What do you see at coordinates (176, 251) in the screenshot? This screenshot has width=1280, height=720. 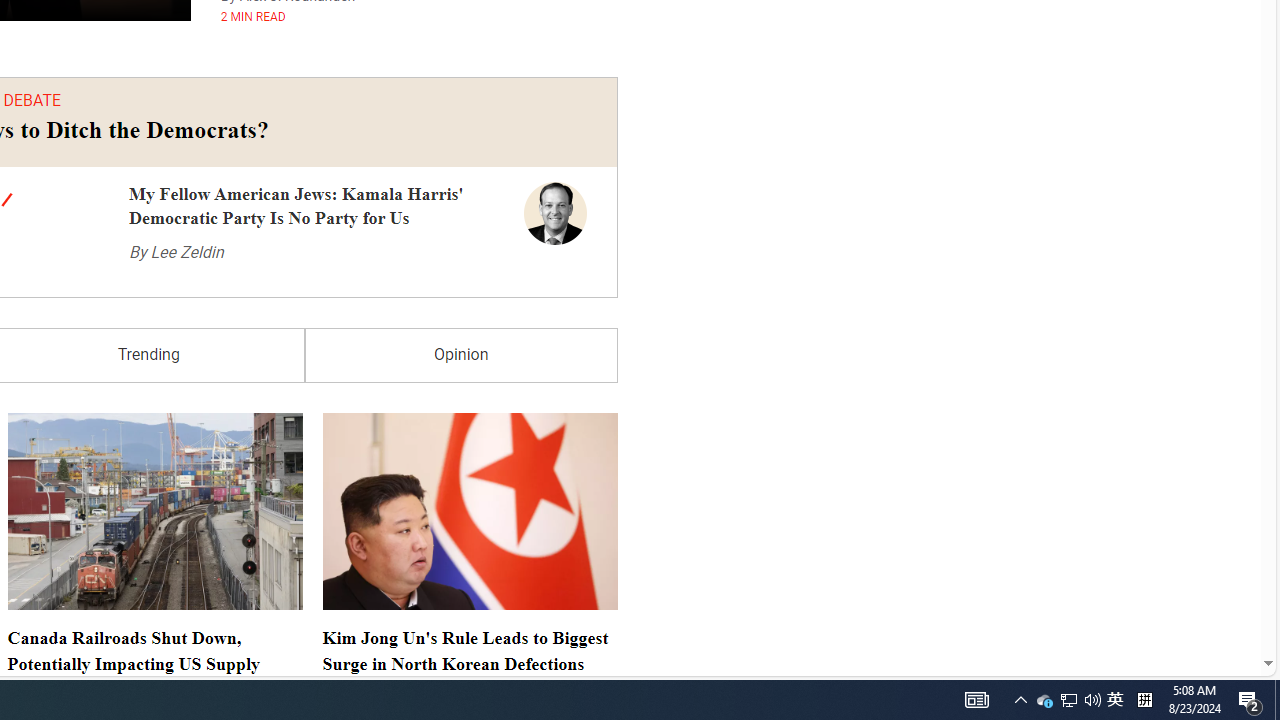 I see `'By Lee Zeldin'` at bounding box center [176, 251].